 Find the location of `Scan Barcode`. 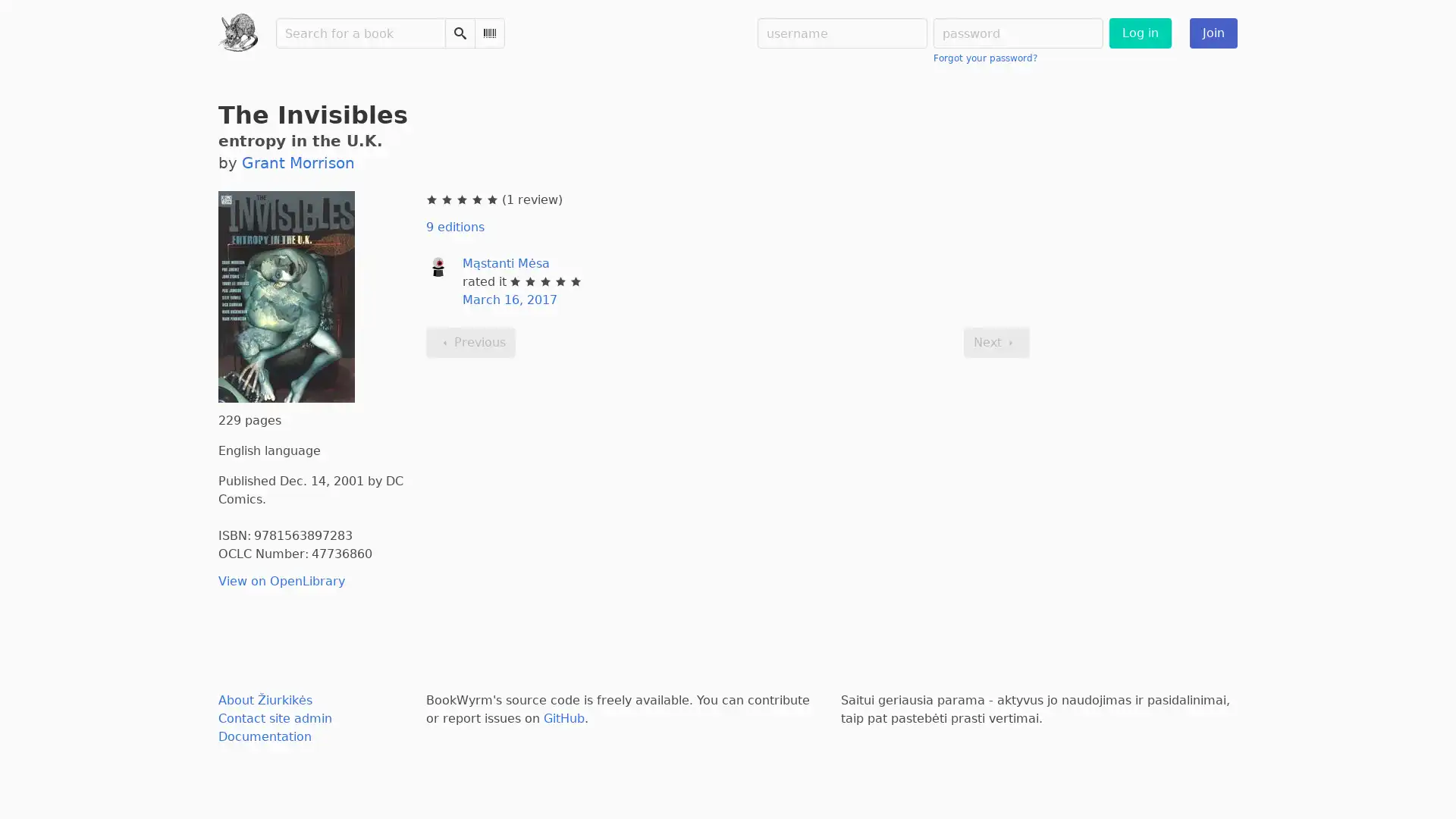

Scan Barcode is located at coordinates (488, 33).